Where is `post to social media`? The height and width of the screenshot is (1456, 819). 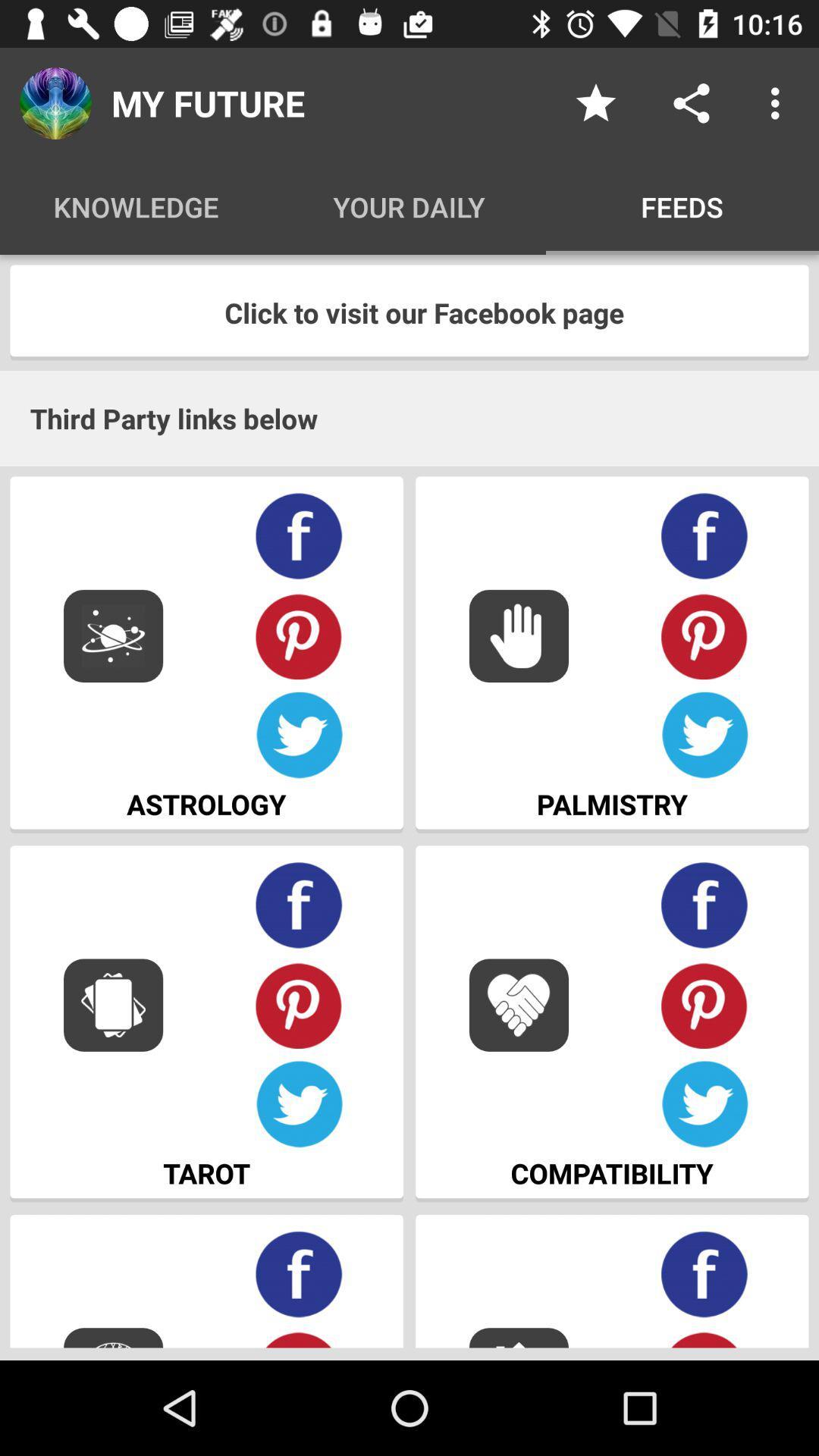
post to social media is located at coordinates (691, 102).